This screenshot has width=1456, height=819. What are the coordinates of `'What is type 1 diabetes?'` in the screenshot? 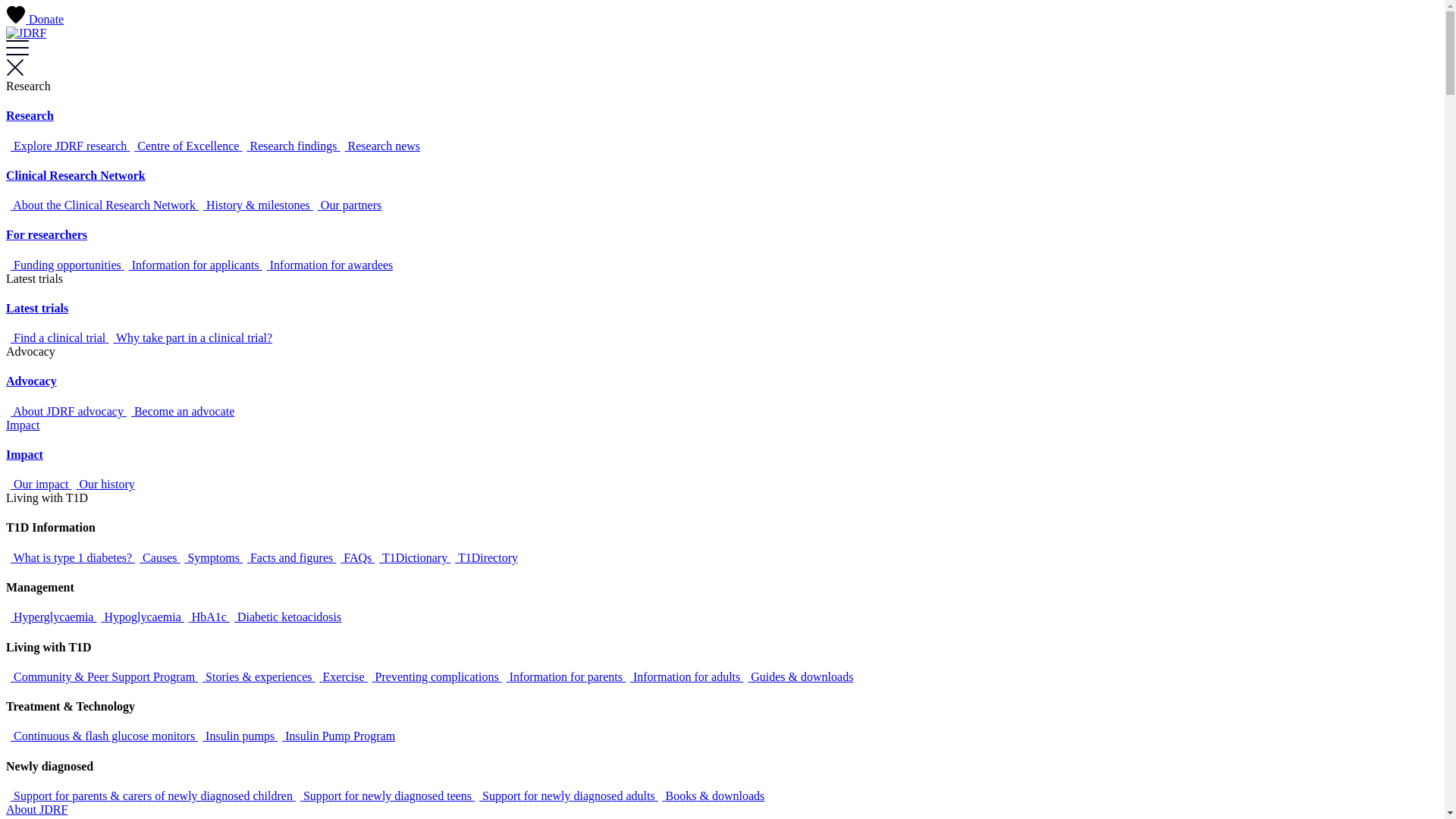 It's located at (6, 557).